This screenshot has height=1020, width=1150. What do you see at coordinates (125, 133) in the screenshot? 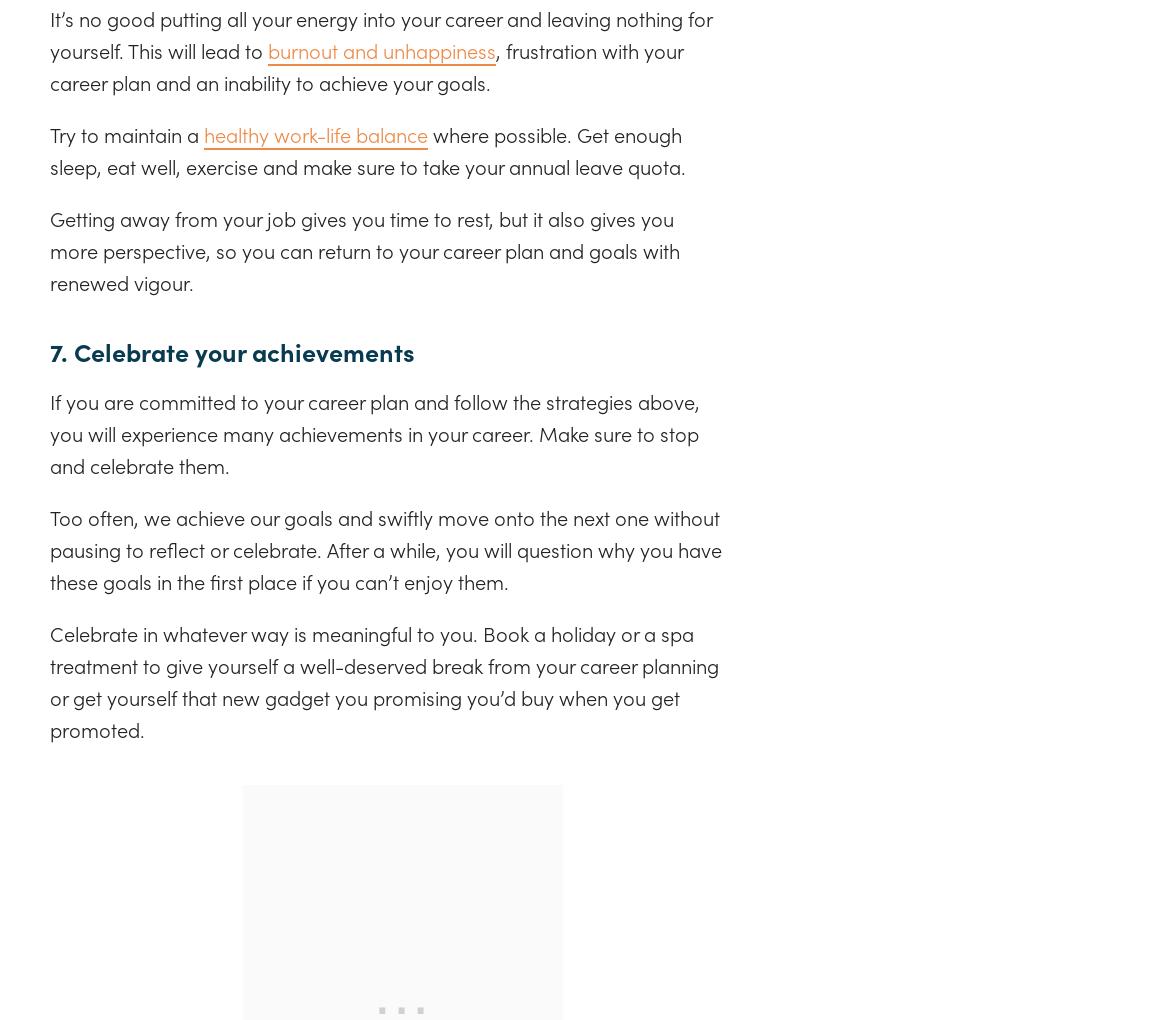
I see `'Try to maintain a'` at bounding box center [125, 133].